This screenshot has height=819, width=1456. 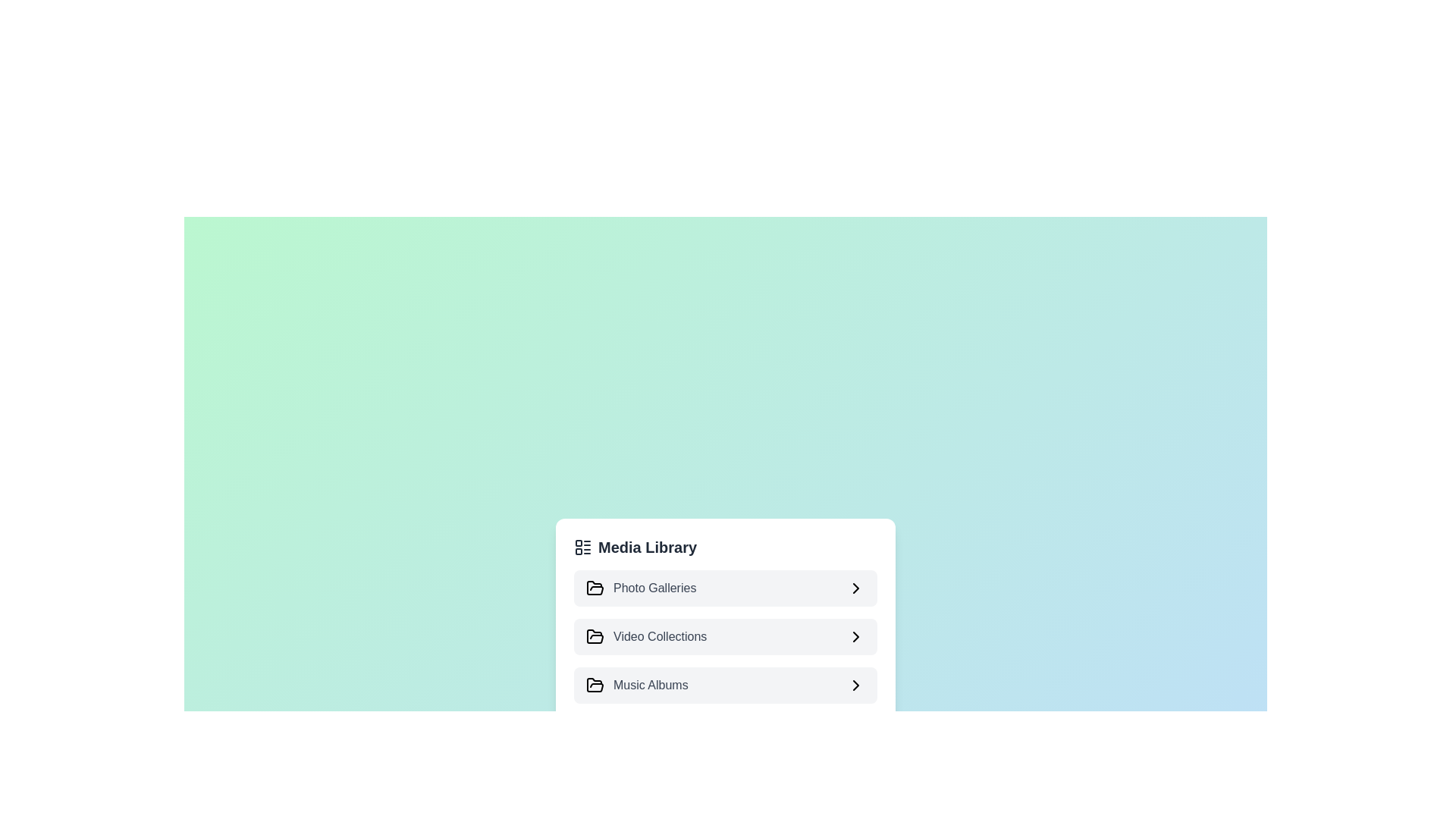 What do you see at coordinates (724, 587) in the screenshot?
I see `the text 'Photo Galleries' to select it` at bounding box center [724, 587].